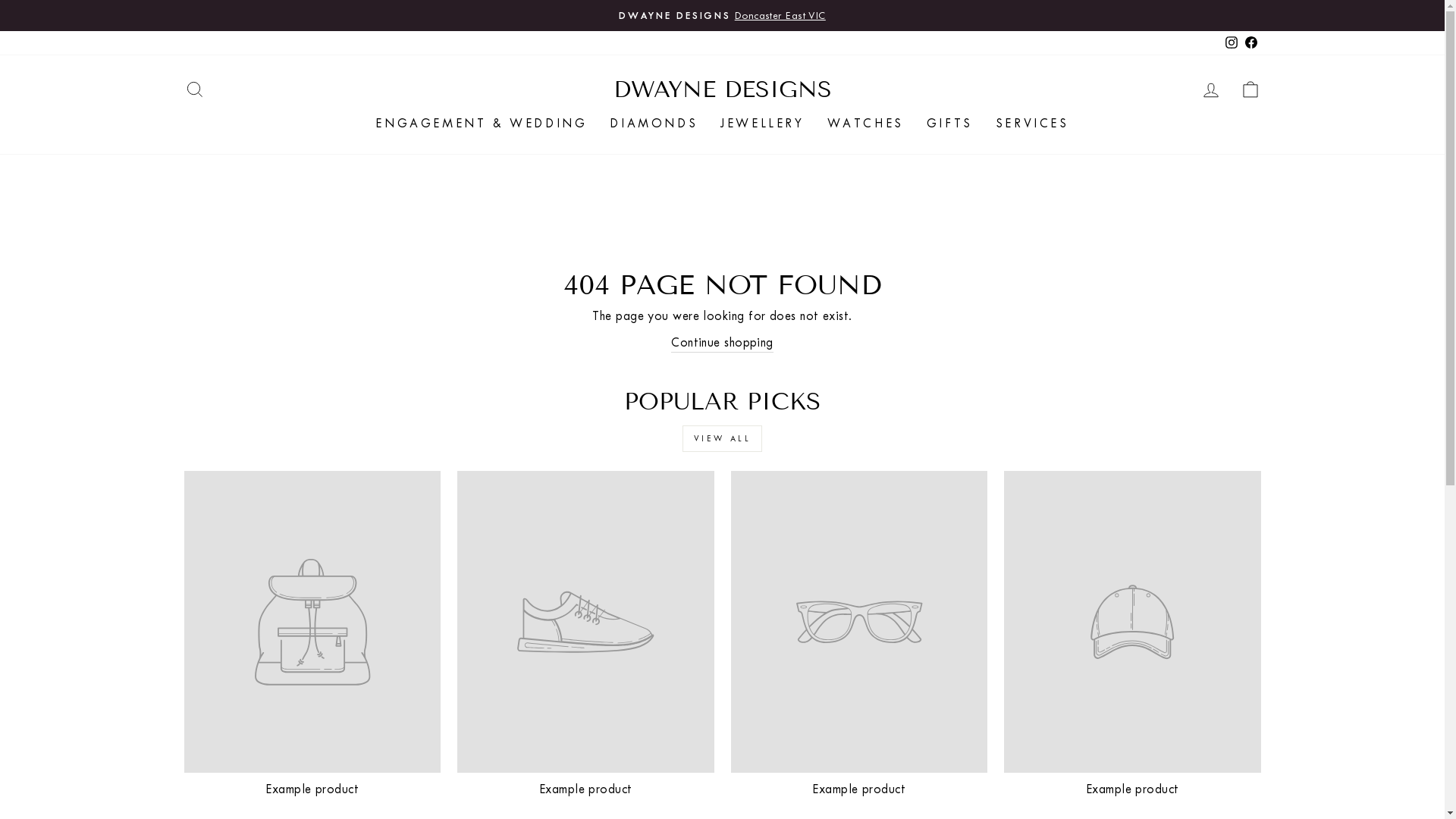  Describe the element at coordinates (0, 0) in the screenshot. I see `'Skip to content'` at that location.